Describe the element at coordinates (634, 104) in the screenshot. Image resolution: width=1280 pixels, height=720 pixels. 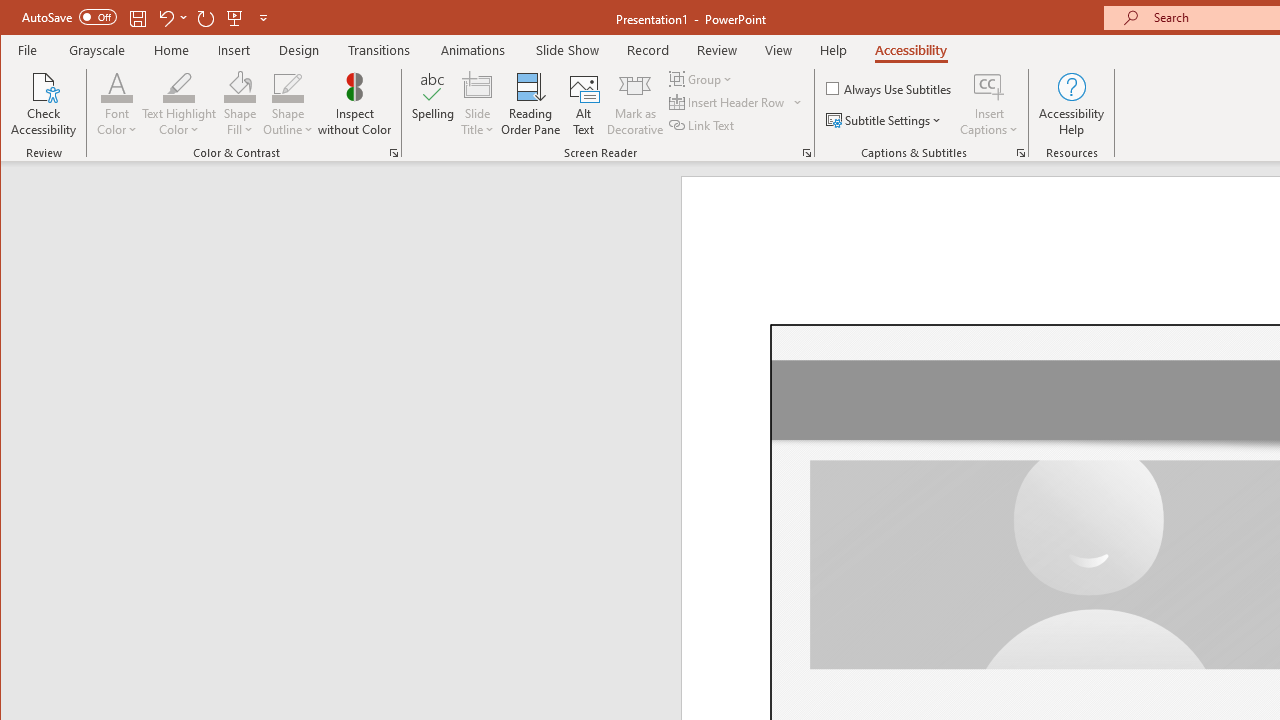
I see `'Mark as Decorative'` at that location.